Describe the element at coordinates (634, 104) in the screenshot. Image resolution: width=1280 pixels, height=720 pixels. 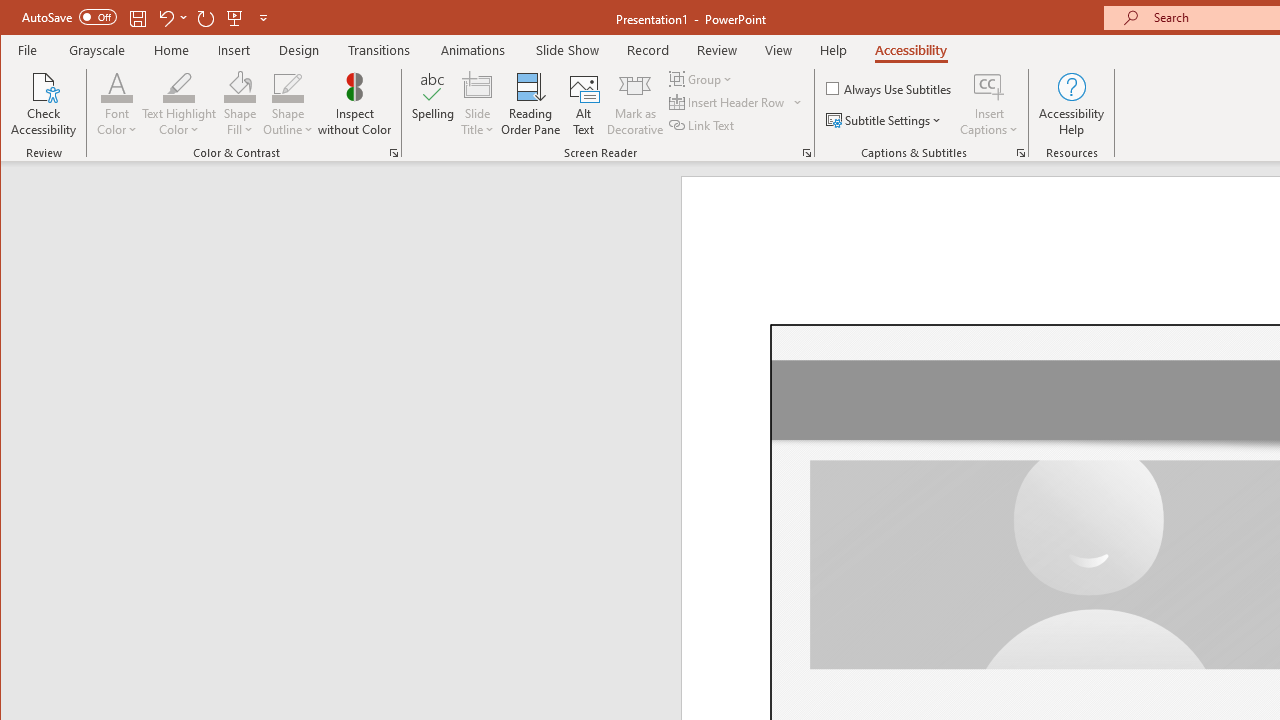
I see `'Mark as Decorative'` at that location.